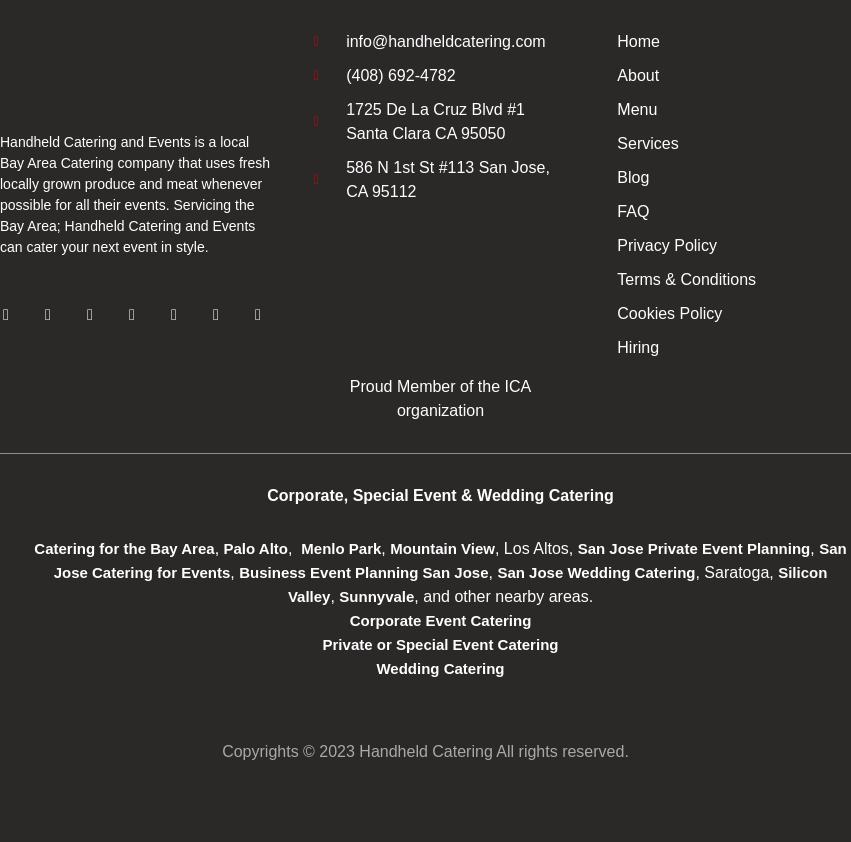  Describe the element at coordinates (636, 74) in the screenshot. I see `'About'` at that location.